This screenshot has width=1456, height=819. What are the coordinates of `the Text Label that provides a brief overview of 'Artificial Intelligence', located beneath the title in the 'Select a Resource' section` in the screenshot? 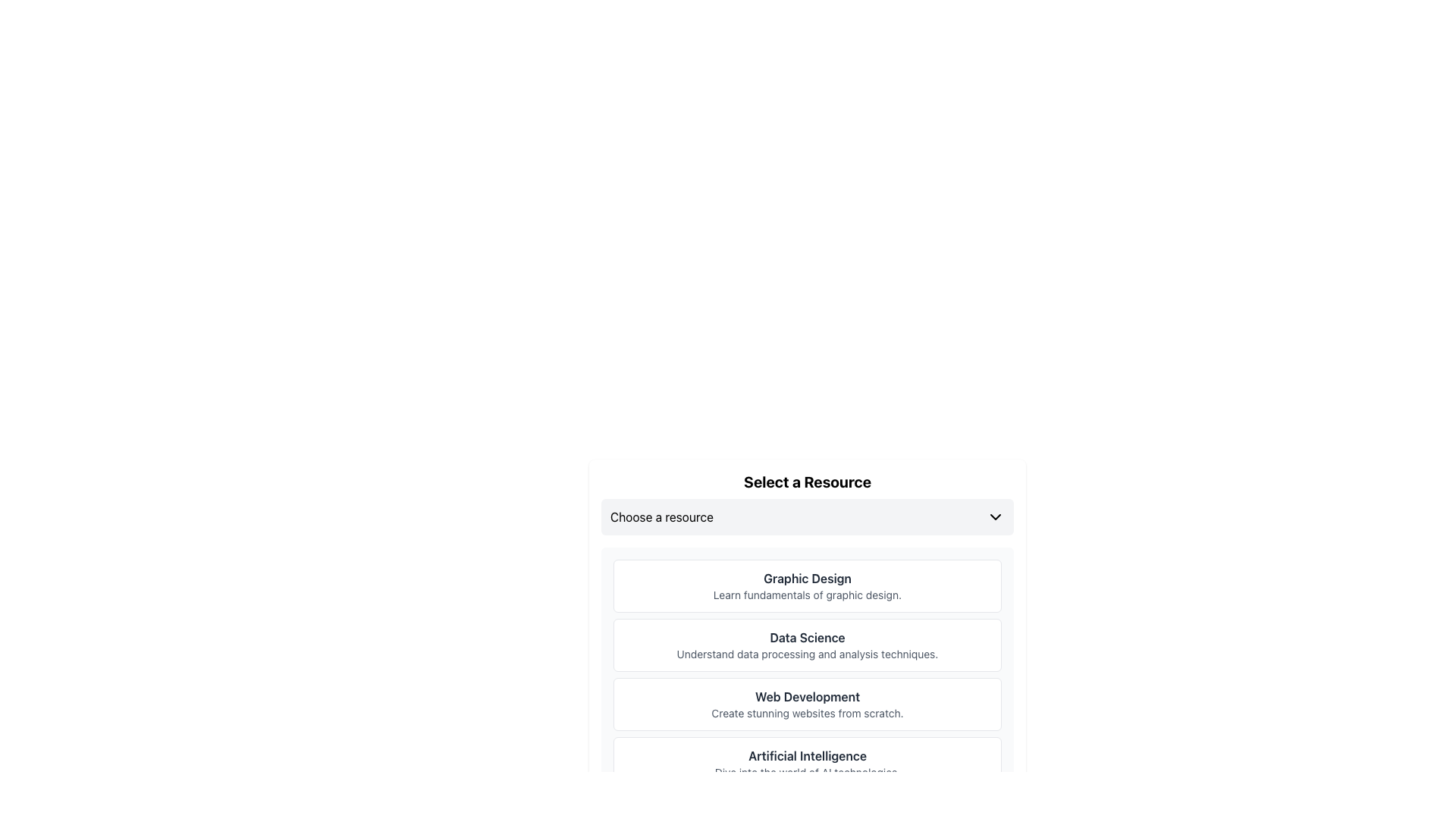 It's located at (807, 772).